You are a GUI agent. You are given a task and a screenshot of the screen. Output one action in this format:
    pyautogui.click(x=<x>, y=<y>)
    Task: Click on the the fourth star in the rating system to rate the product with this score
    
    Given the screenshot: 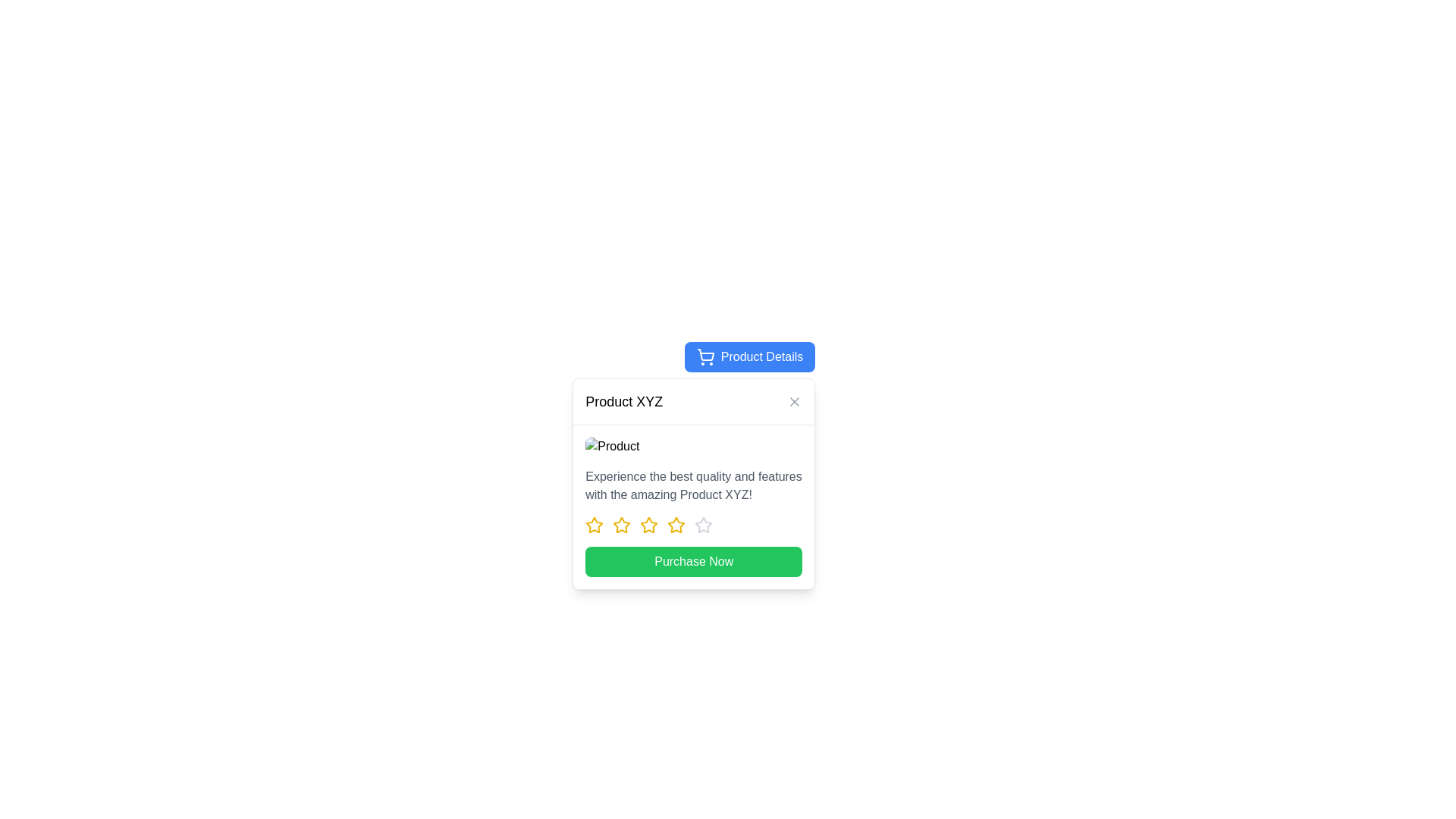 What is the action you would take?
    pyautogui.click(x=676, y=523)
    